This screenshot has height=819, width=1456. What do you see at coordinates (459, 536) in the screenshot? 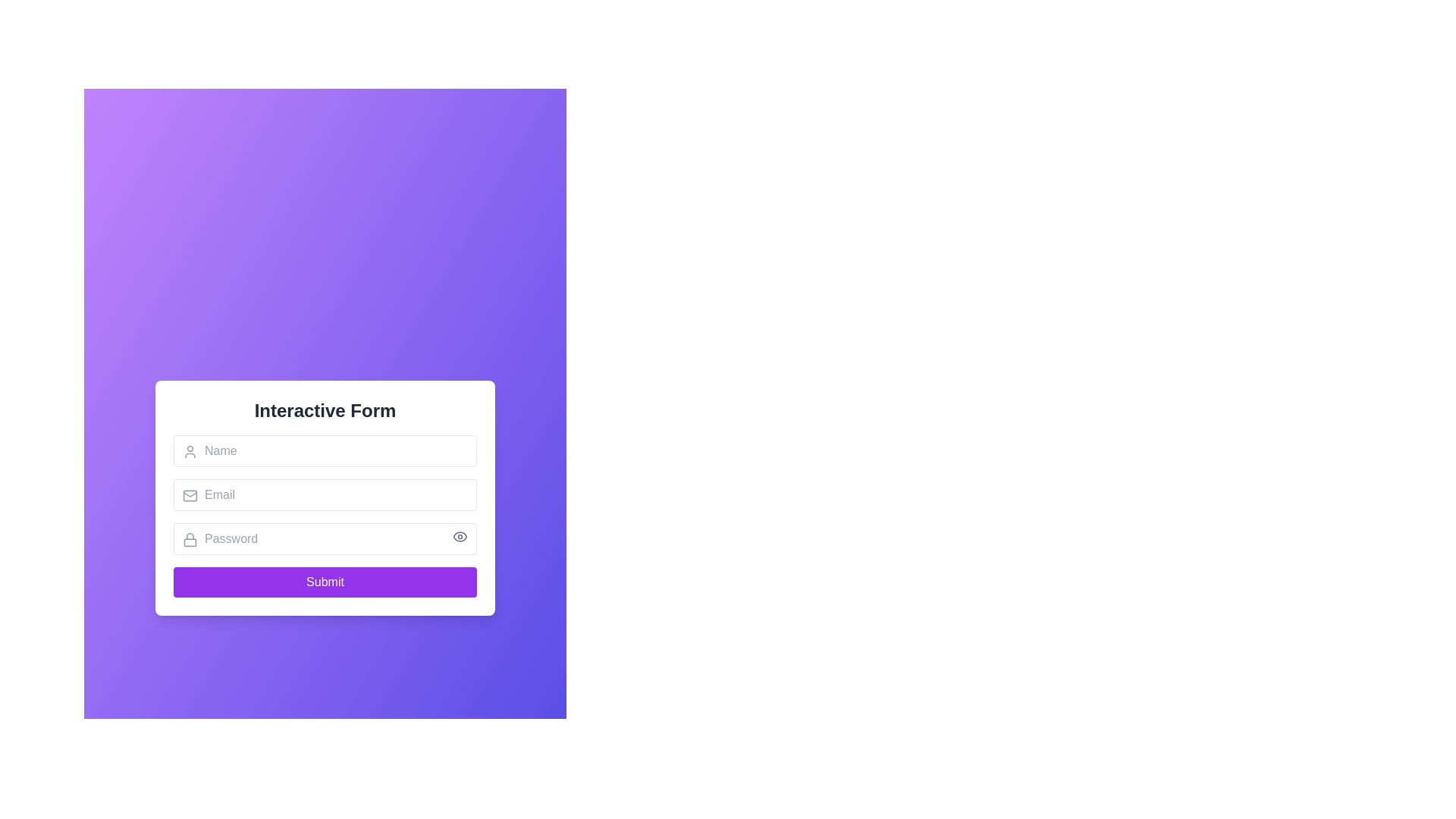
I see `the eye icon button located in the top-right corner of the password input field` at bounding box center [459, 536].